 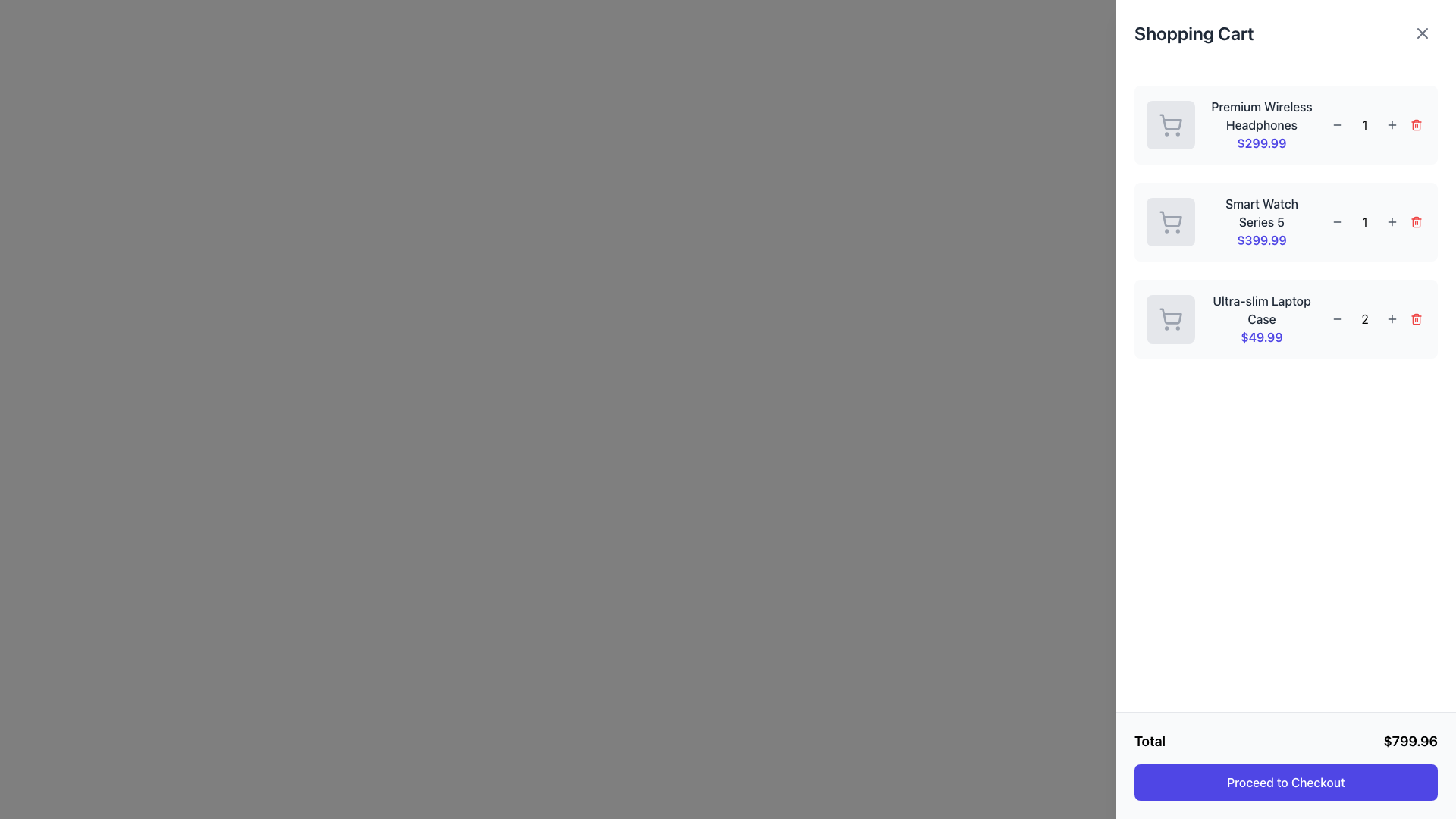 What do you see at coordinates (1415, 124) in the screenshot?
I see `the trash can icon button with a red border` at bounding box center [1415, 124].